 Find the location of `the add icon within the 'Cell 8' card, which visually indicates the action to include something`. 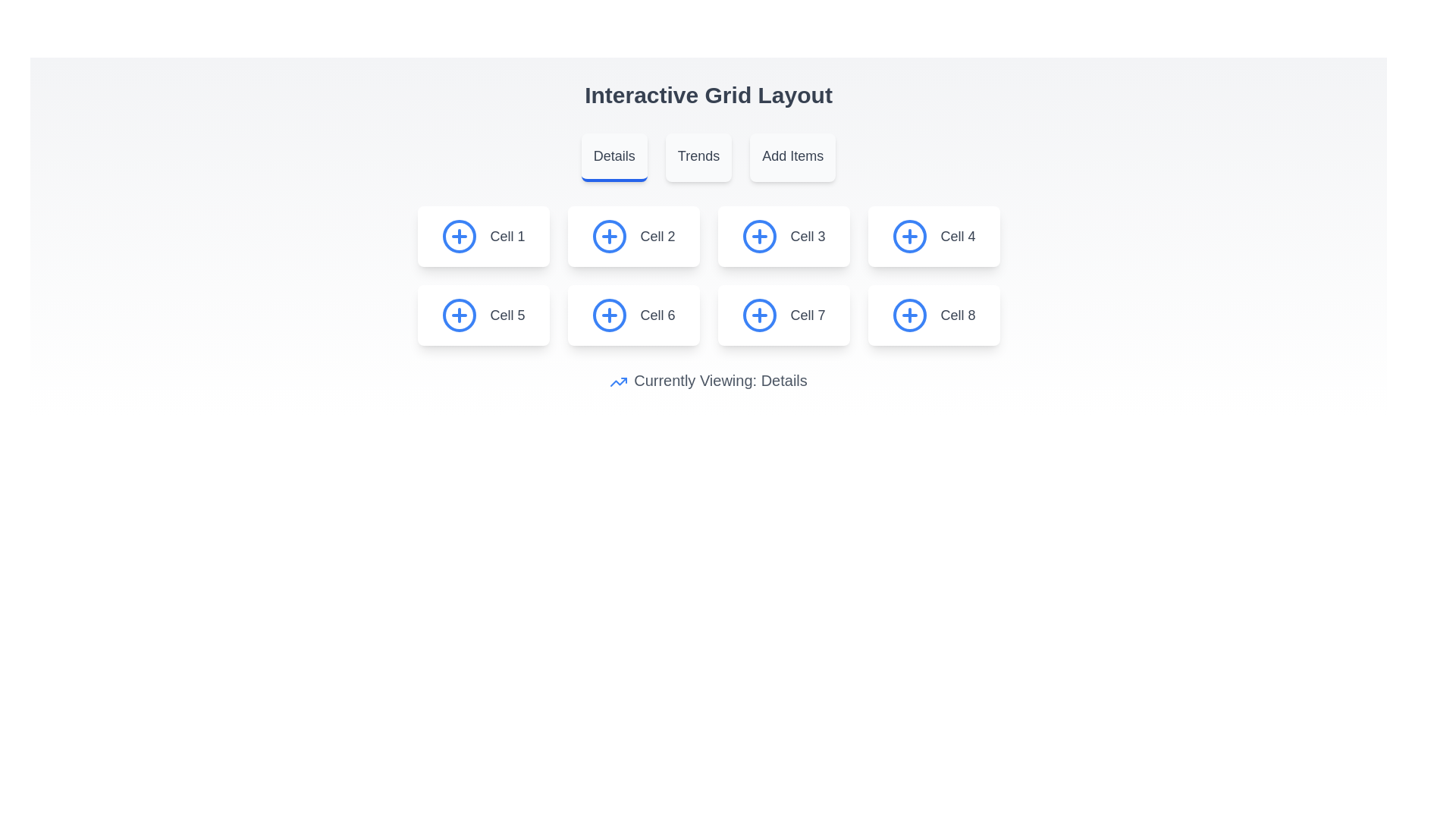

the add icon within the 'Cell 8' card, which visually indicates the action to include something is located at coordinates (910, 315).